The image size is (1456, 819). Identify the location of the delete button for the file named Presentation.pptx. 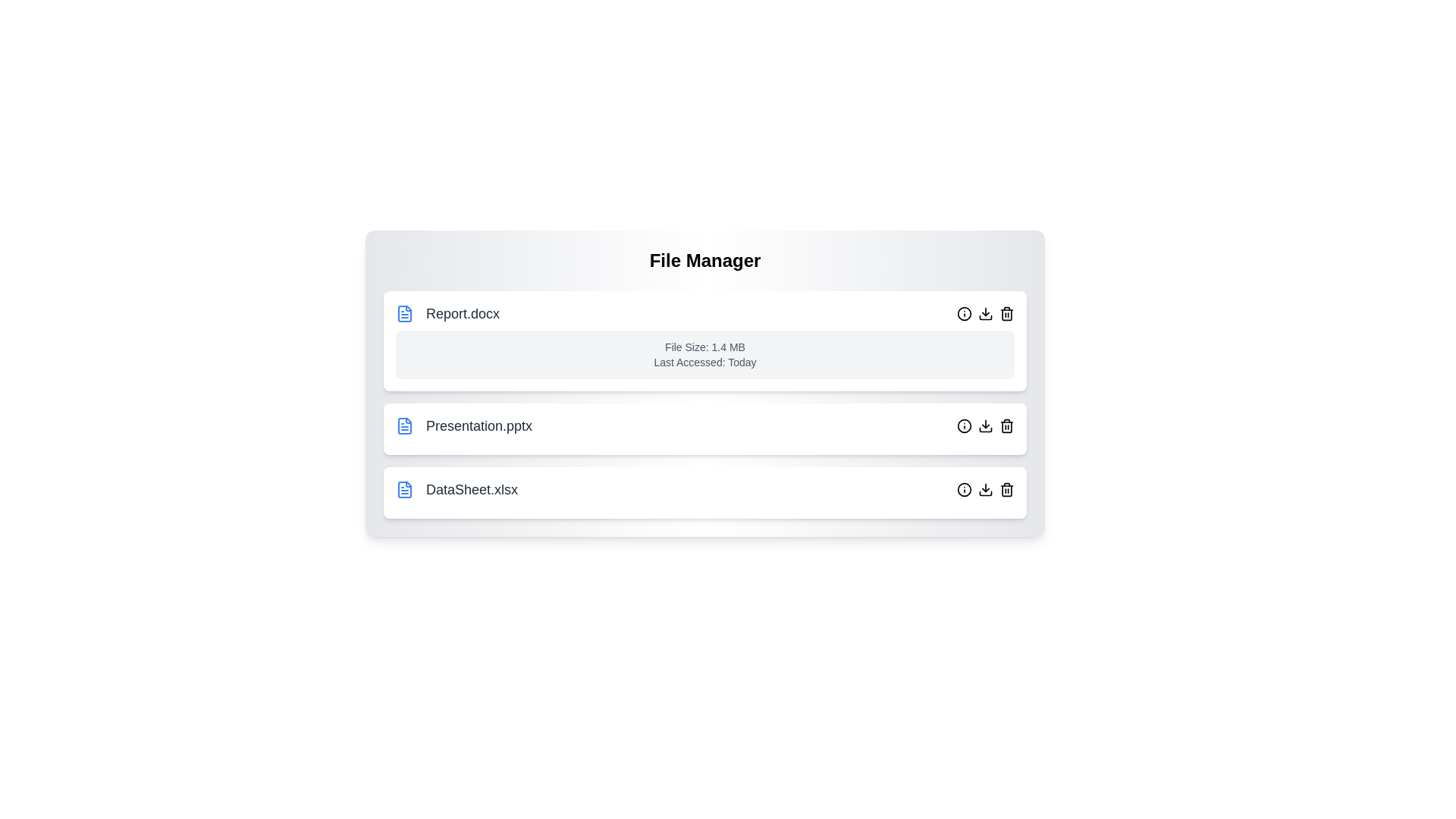
(1007, 426).